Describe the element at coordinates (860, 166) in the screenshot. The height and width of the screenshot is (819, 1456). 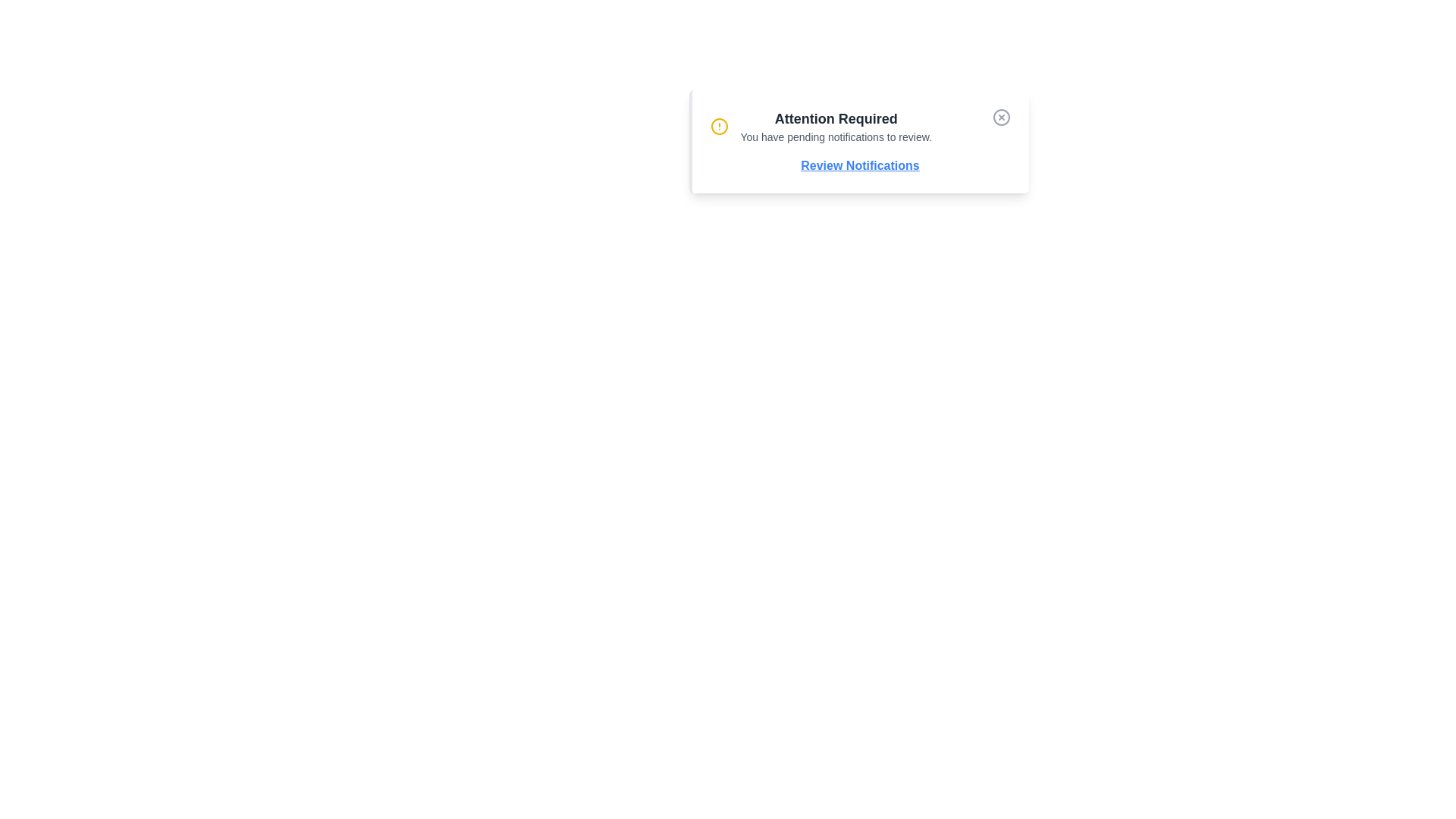
I see `the hyperlink located at the bottom of the 'Attention Required' notification card` at that location.